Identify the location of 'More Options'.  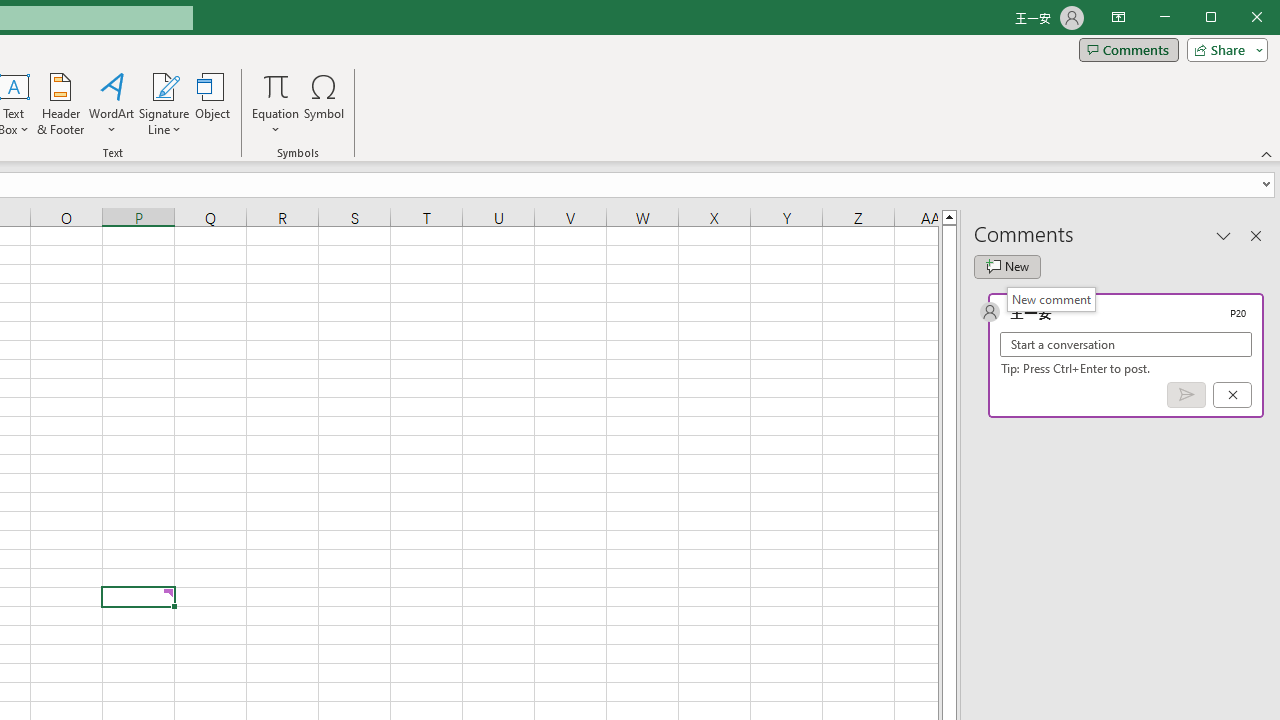
(274, 123).